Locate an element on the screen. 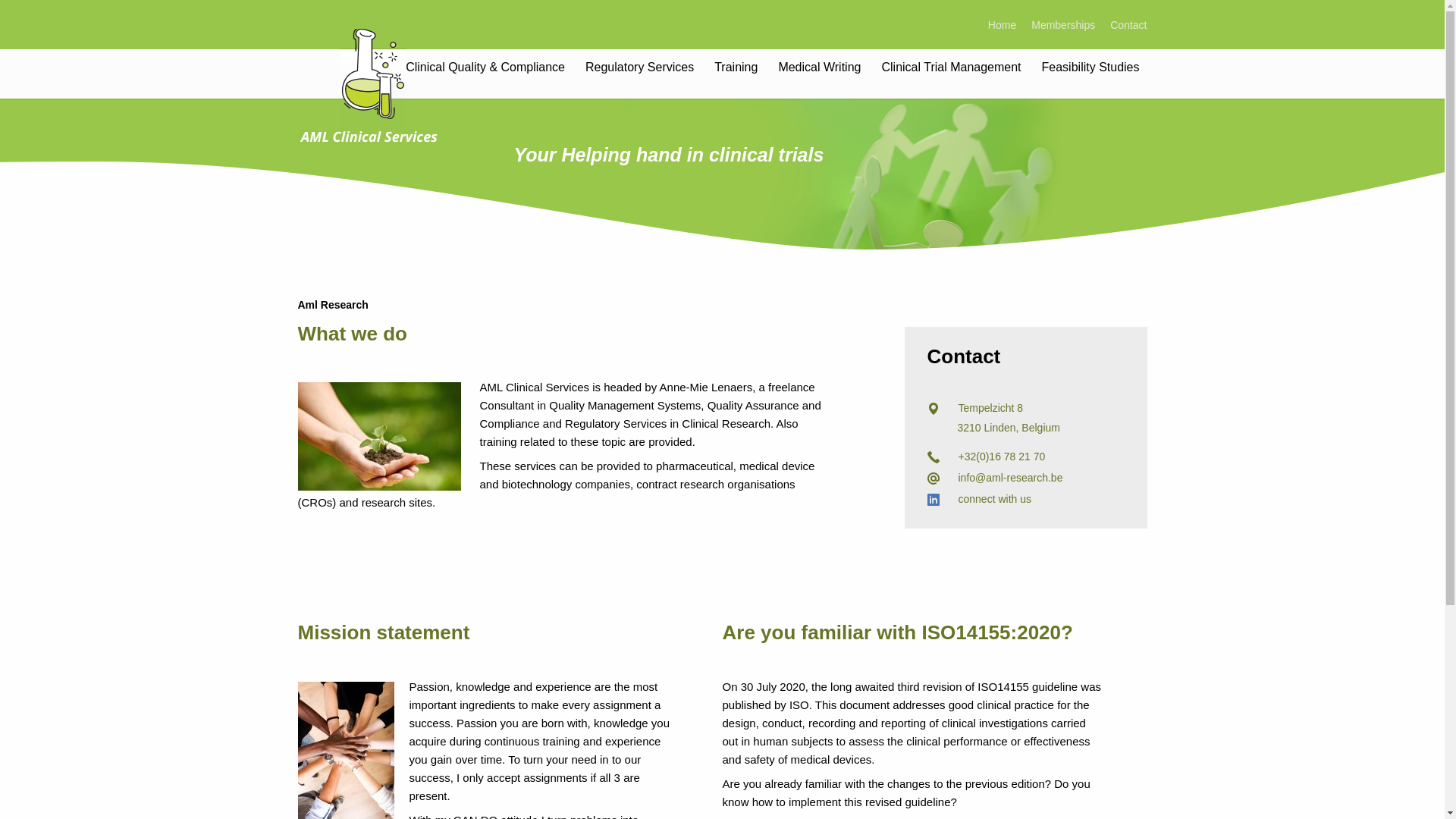 The width and height of the screenshot is (1456, 819). 'Feasibility Studies' is located at coordinates (1090, 66).